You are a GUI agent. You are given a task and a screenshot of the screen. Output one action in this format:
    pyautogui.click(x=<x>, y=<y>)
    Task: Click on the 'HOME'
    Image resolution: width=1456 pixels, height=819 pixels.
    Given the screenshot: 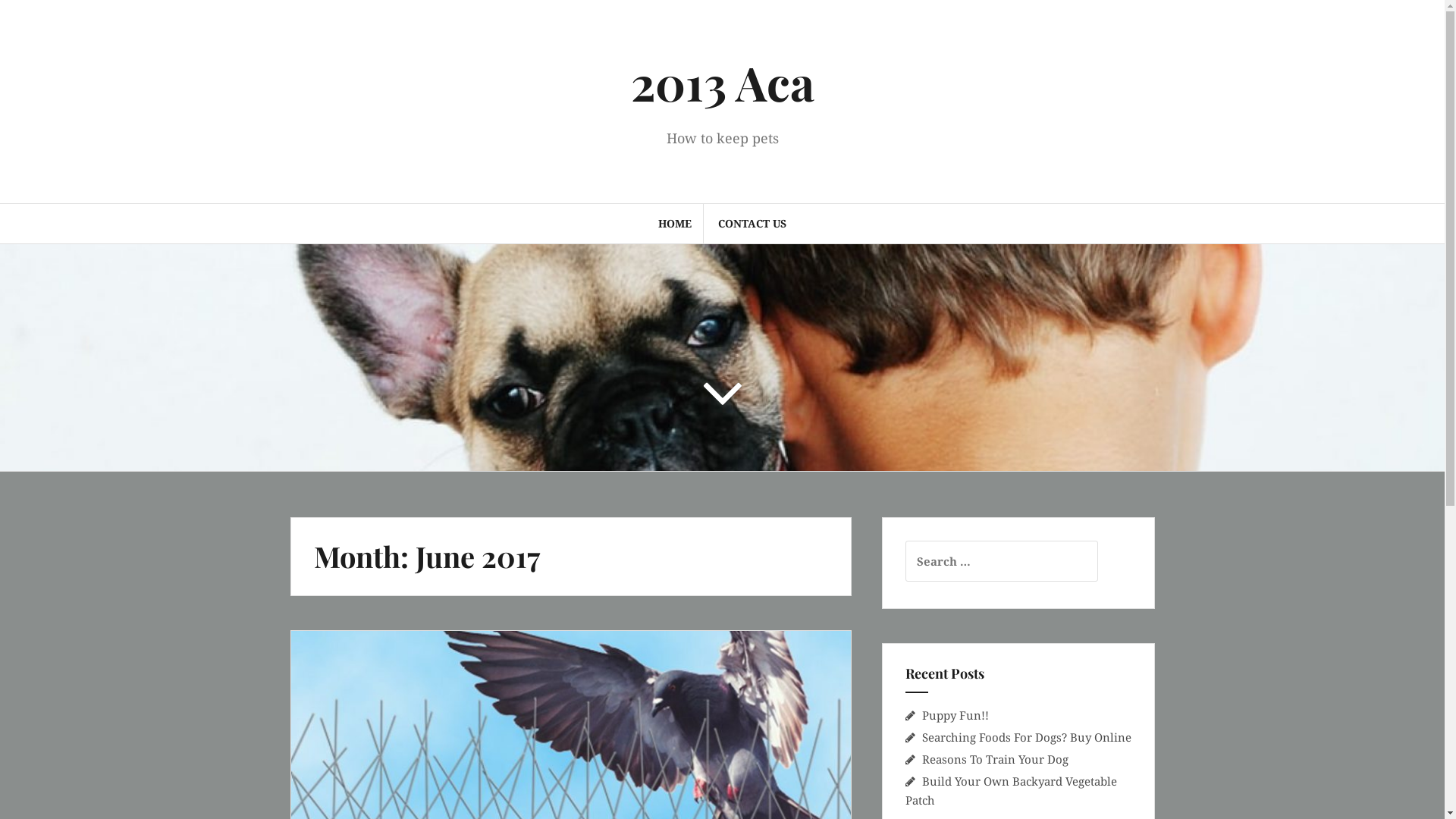 What is the action you would take?
    pyautogui.click(x=673, y=223)
    